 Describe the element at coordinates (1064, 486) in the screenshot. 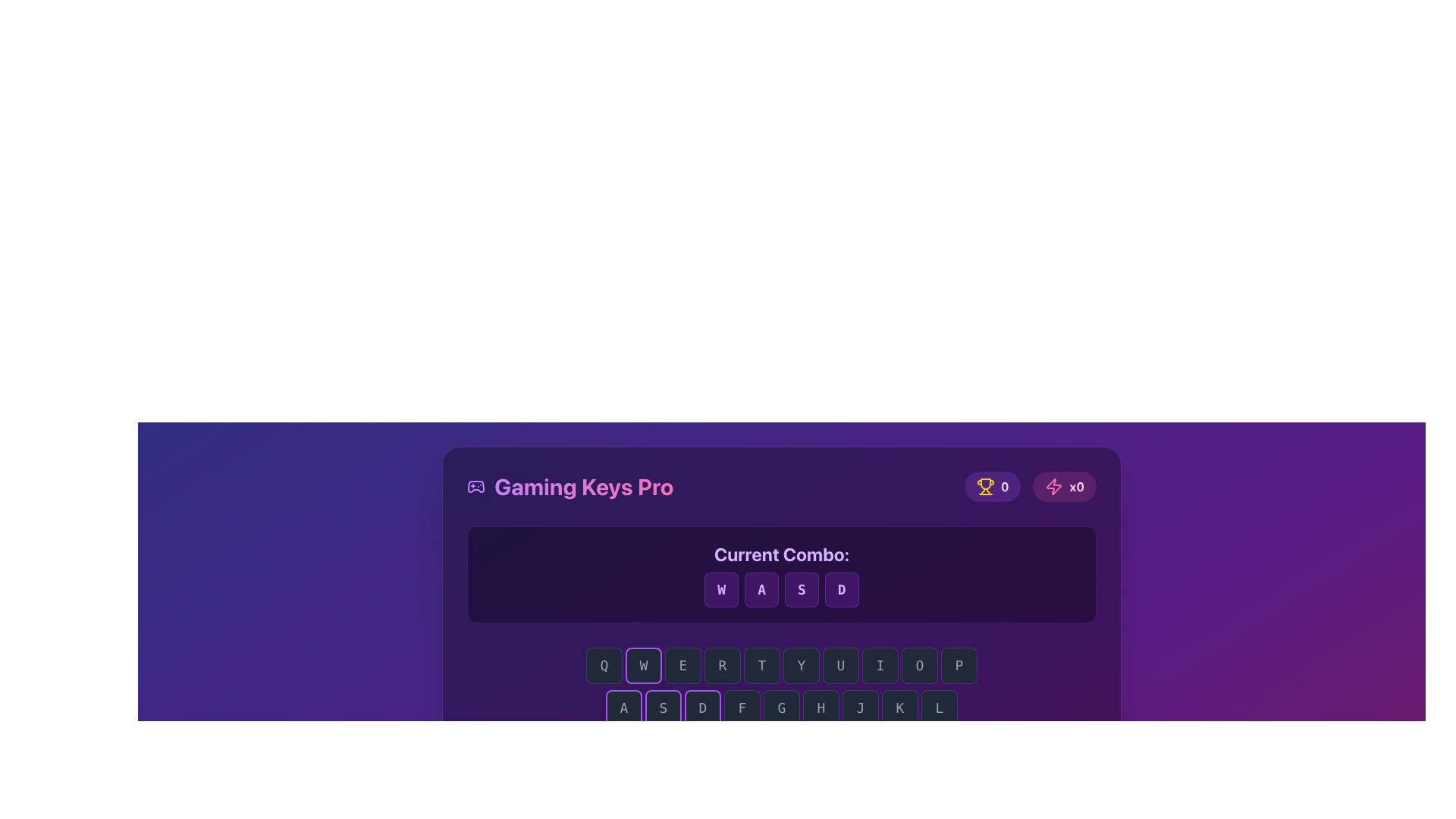

I see `displayed value from the statistical display component that shows a count associated with a lightning or energy-related metric, positioned to the right of a similar element displaying '0' with a trophy symbol` at that location.